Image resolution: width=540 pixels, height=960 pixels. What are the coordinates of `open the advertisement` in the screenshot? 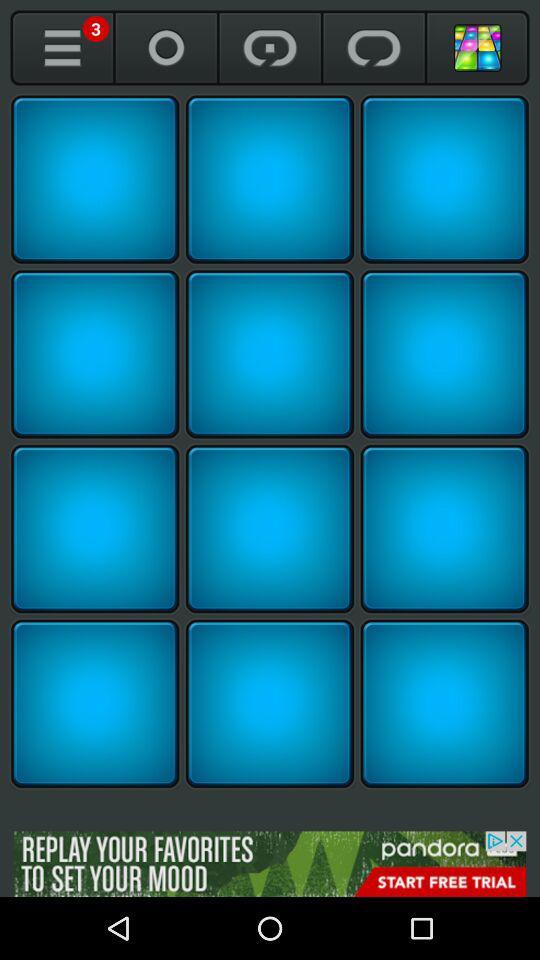 It's located at (270, 863).